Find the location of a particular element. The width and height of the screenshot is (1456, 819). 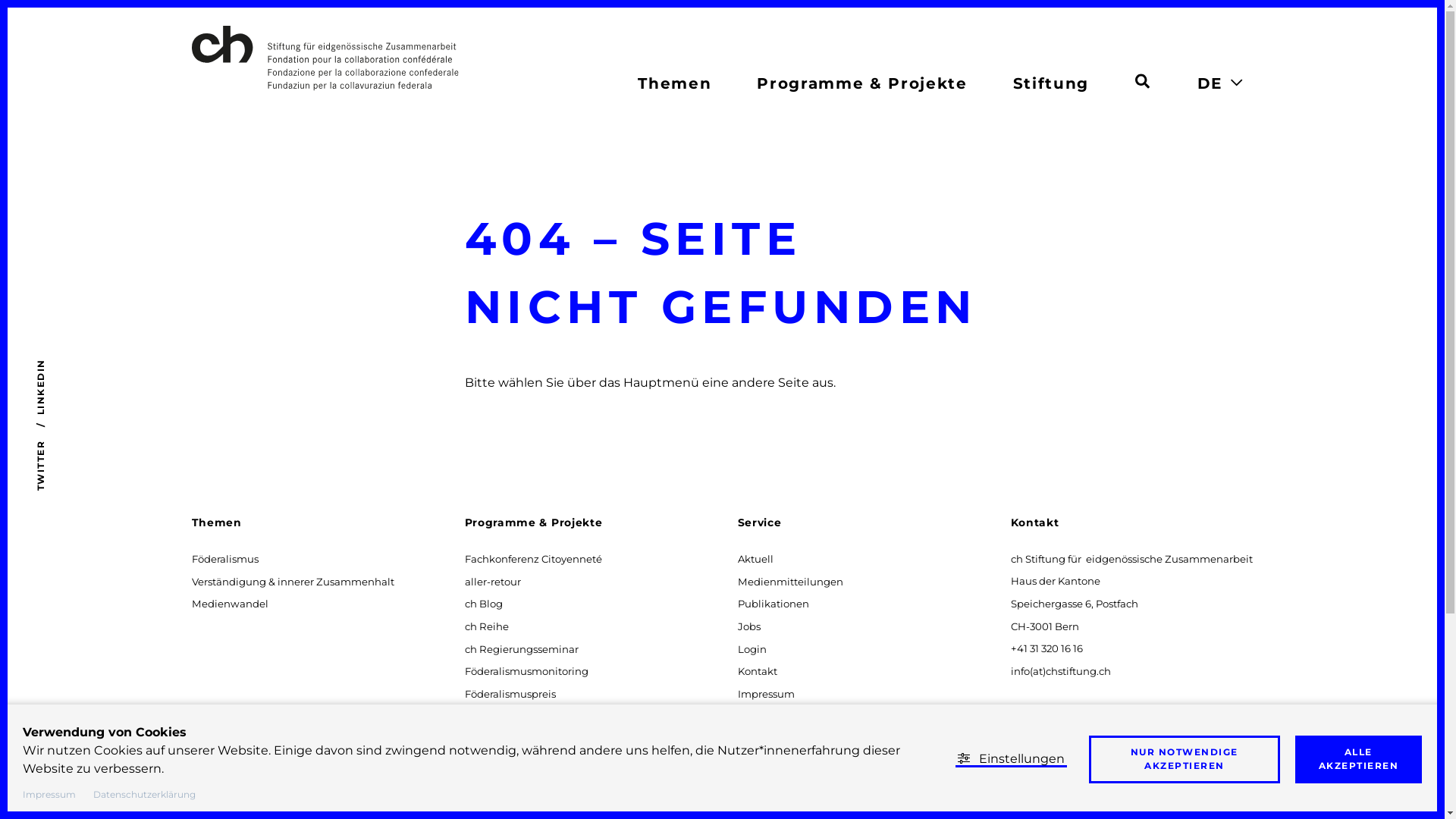

'Datenschutz' is located at coordinates (769, 716).